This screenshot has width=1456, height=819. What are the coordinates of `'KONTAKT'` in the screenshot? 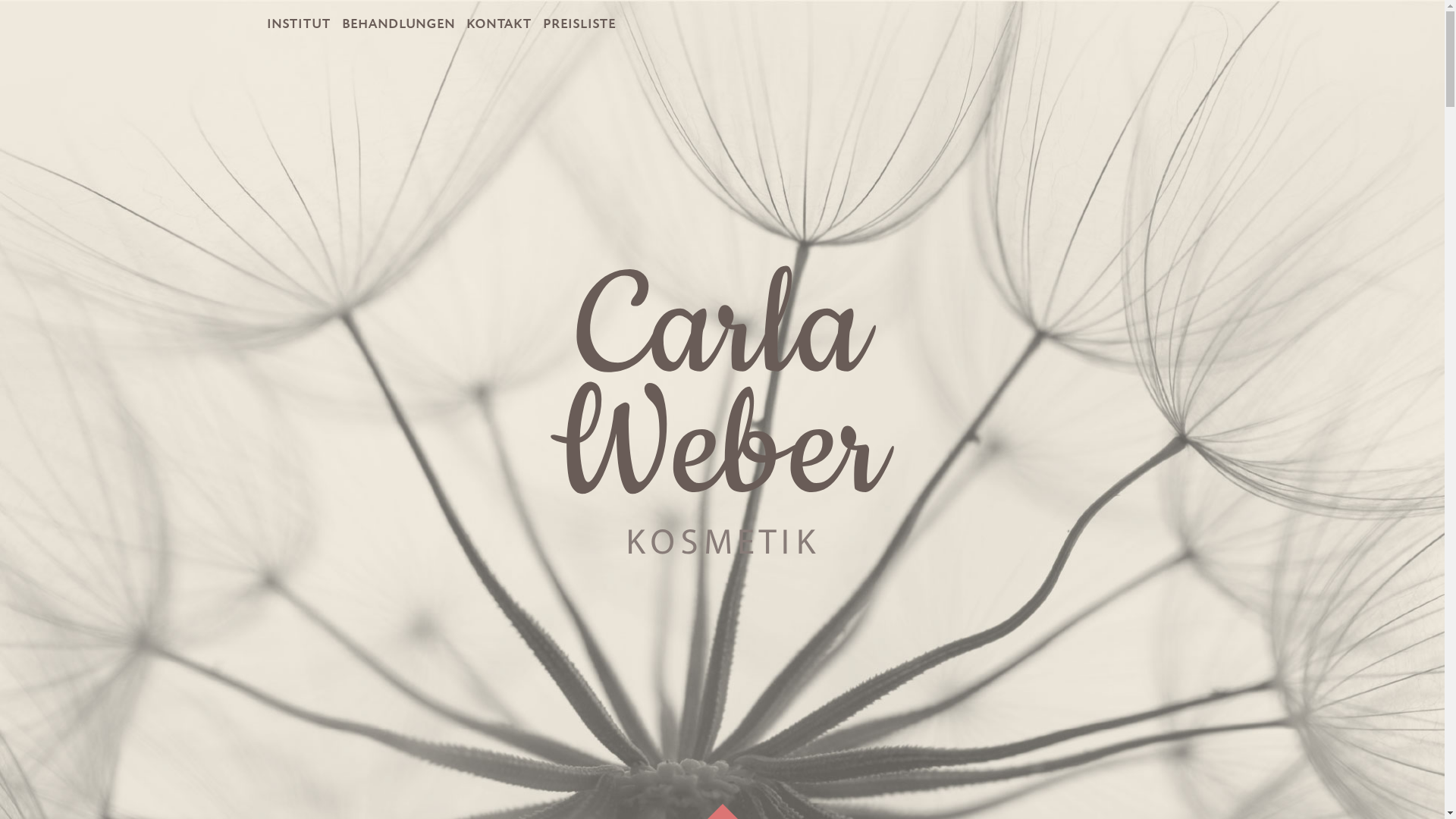 It's located at (499, 25).